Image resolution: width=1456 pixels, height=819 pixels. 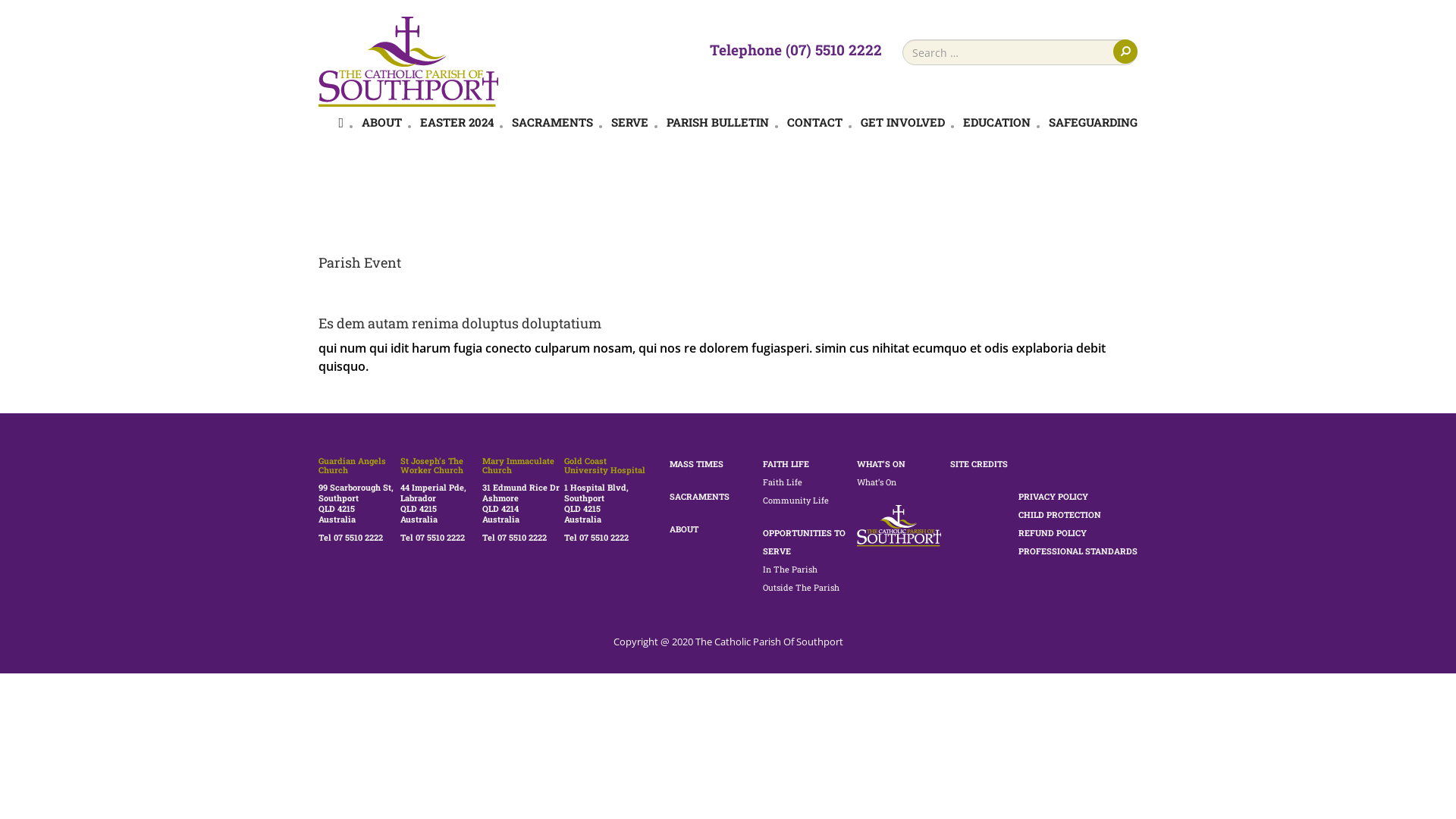 I want to click on 'MASS TIMES', so click(x=695, y=463).